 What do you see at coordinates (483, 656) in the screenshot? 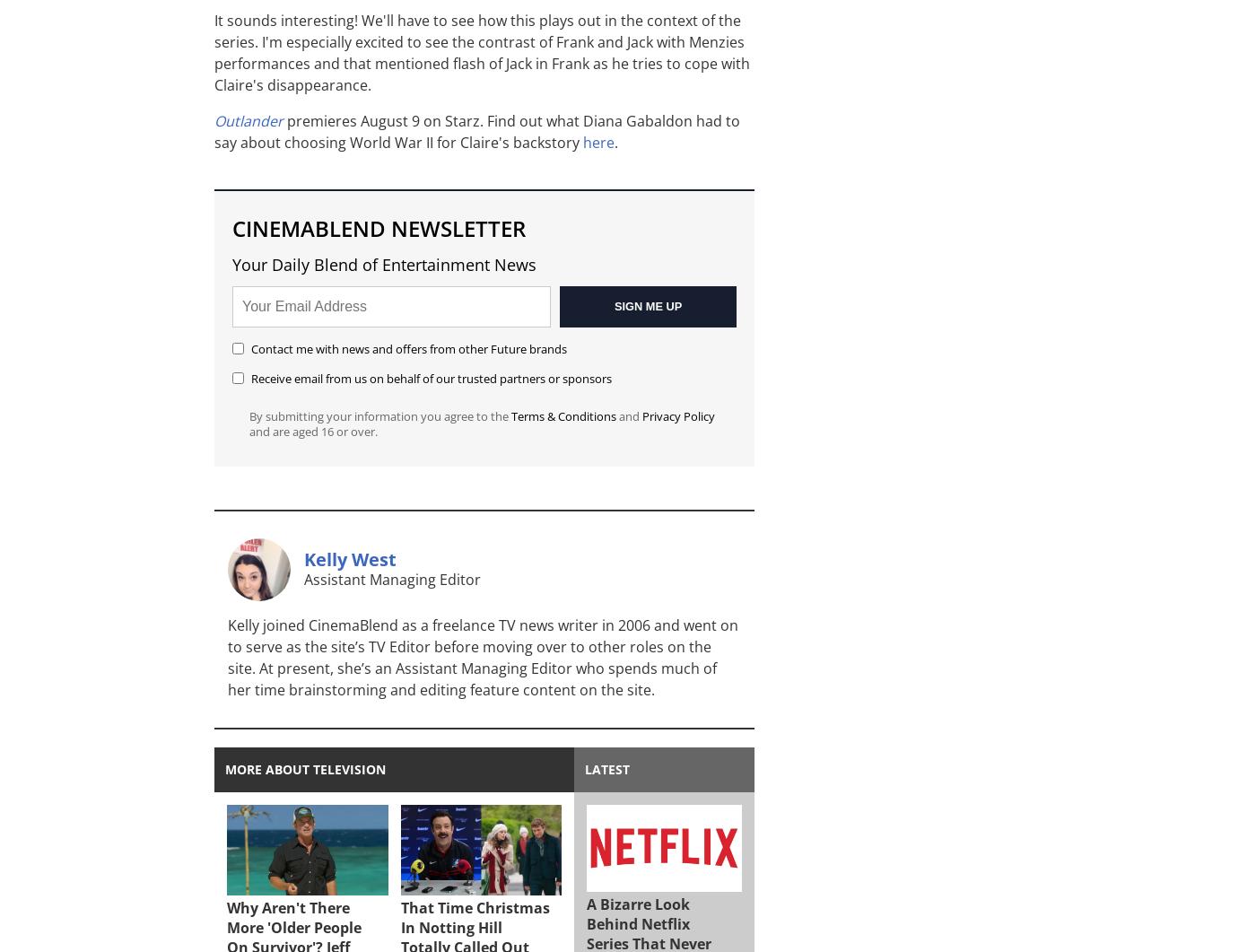
I see `'Kelly joined CinemaBlend as a freelance TV news writer in 2006 and went on to serve as the site’s TV Editor before moving over to other roles on the site. At present, she’s an Assistant Managing Editor who spends much of her time brainstorming and editing feature content on the site.'` at bounding box center [483, 656].